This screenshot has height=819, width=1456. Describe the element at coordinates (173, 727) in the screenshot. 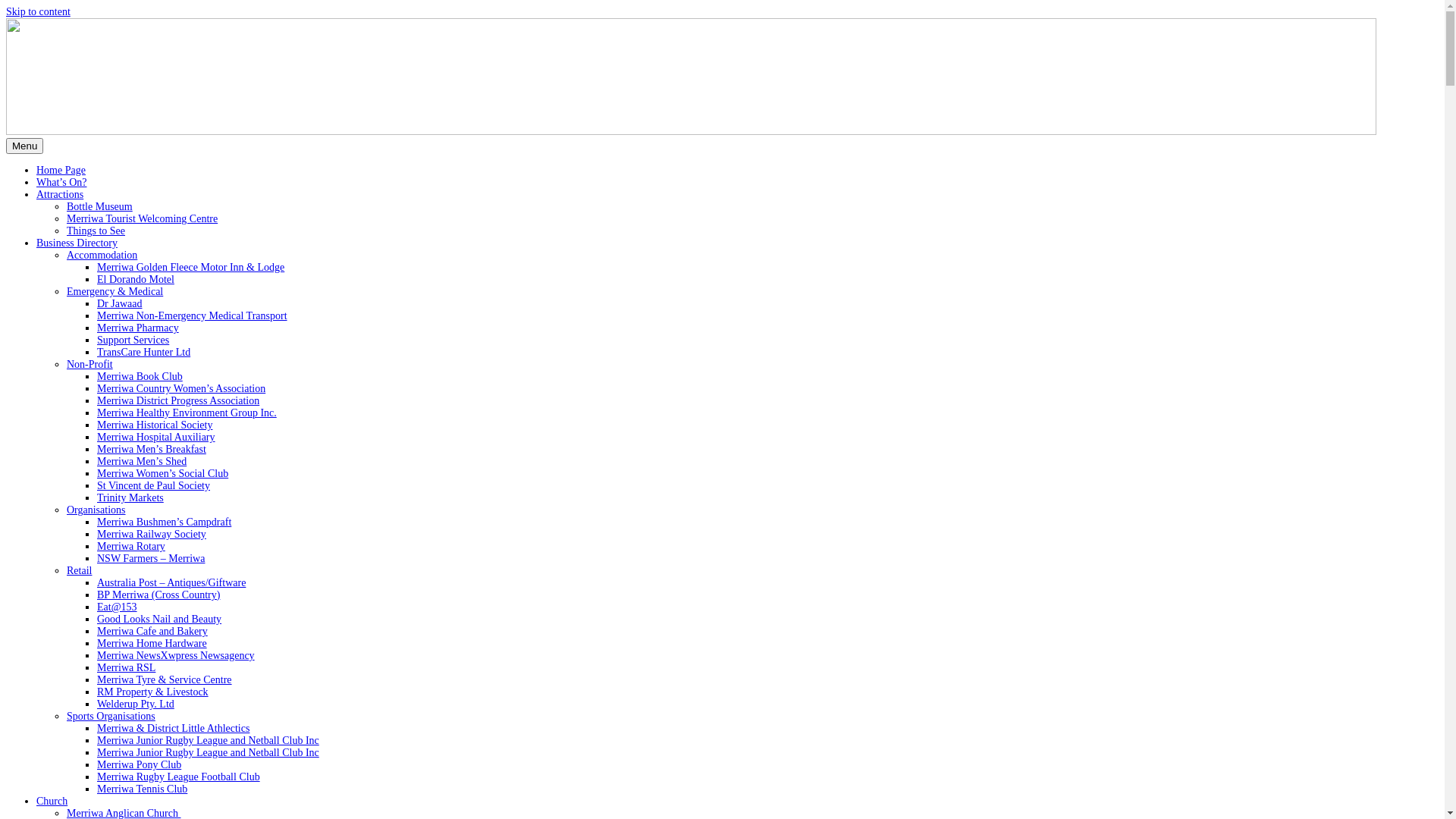

I see `'Merriwa & District Little Athlectics'` at that location.